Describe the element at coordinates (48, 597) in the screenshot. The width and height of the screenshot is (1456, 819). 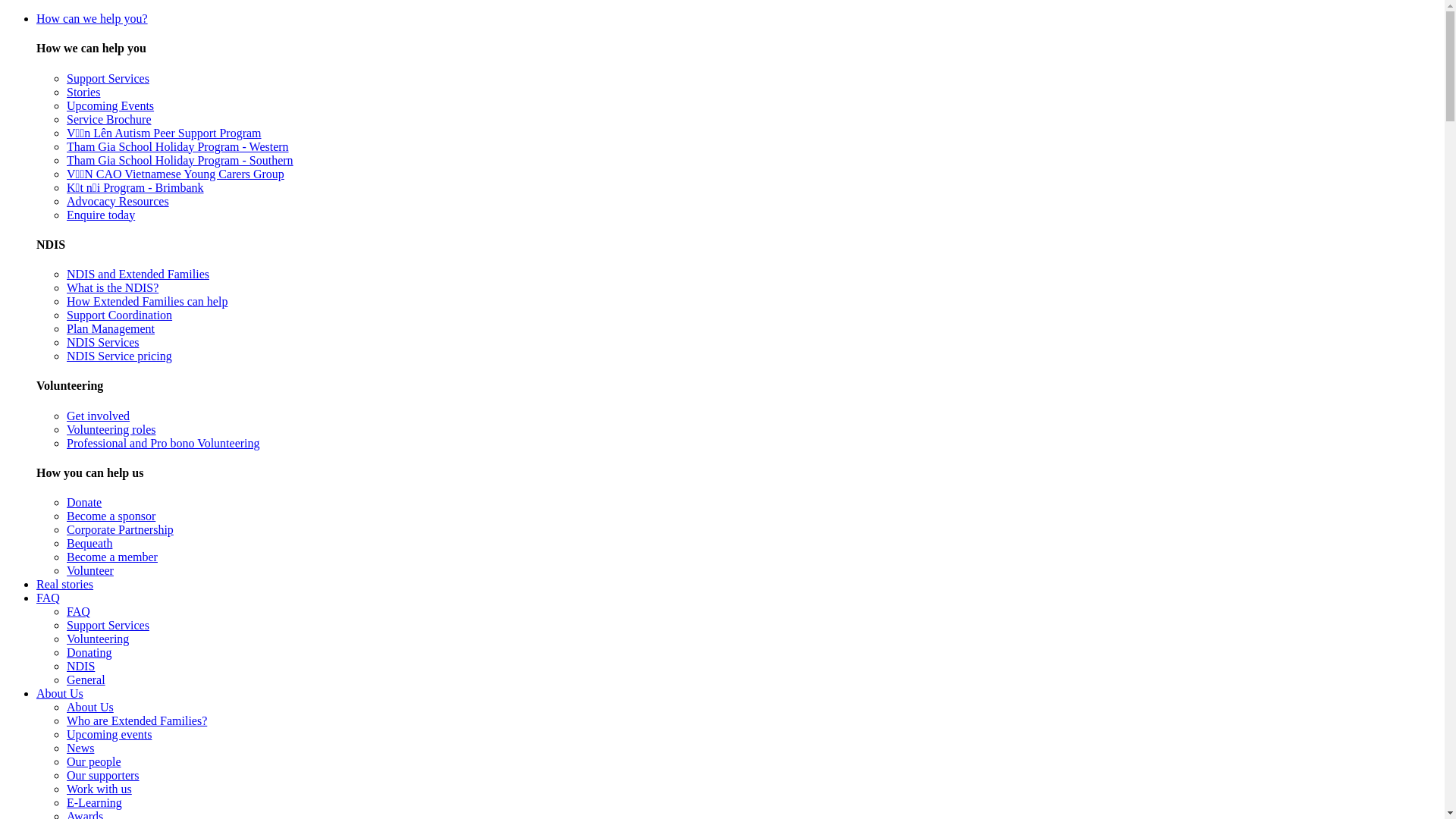
I see `'FAQ'` at that location.